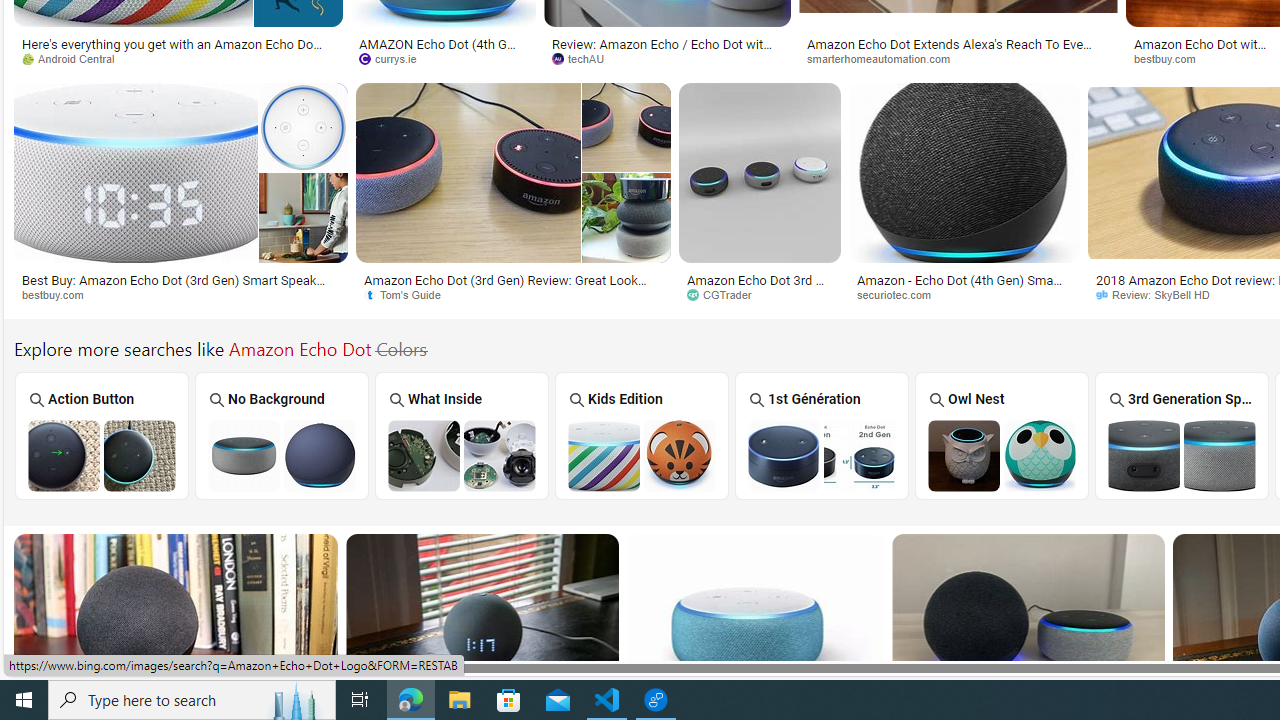 Image resolution: width=1280 pixels, height=720 pixels. I want to click on 'No Background', so click(281, 434).